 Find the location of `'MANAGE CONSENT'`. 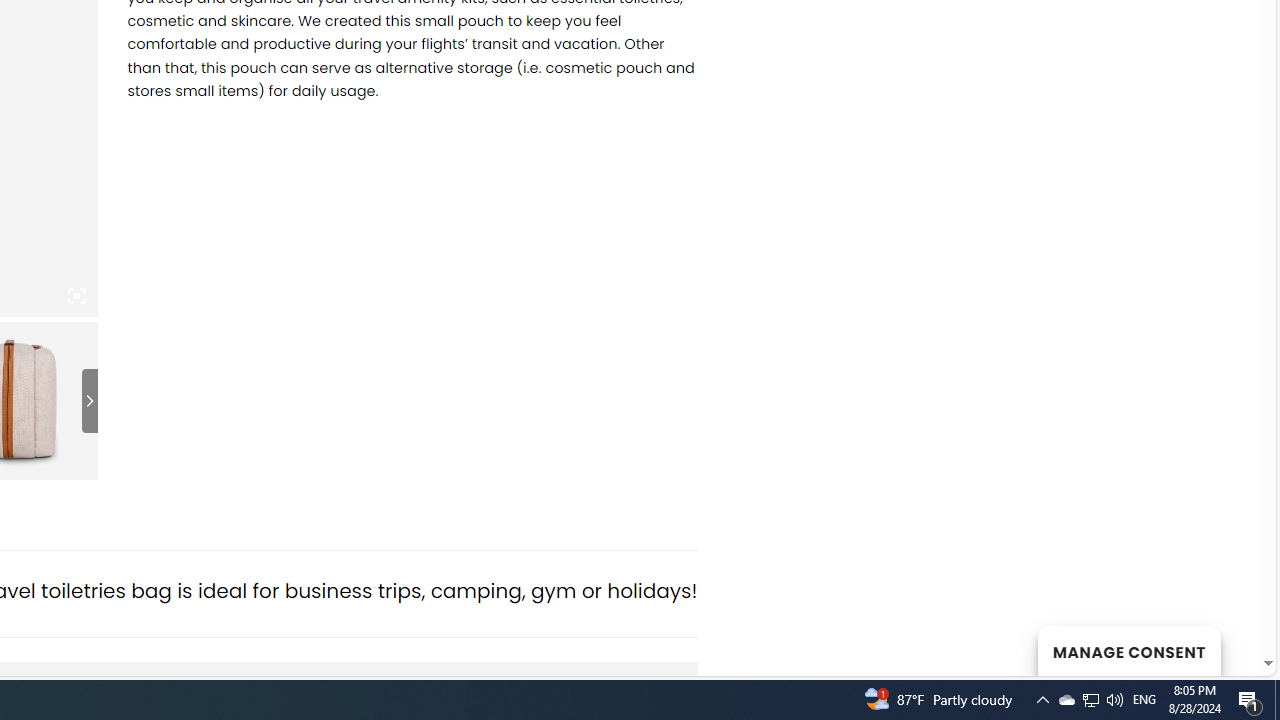

'MANAGE CONSENT' is located at coordinates (1128, 650).